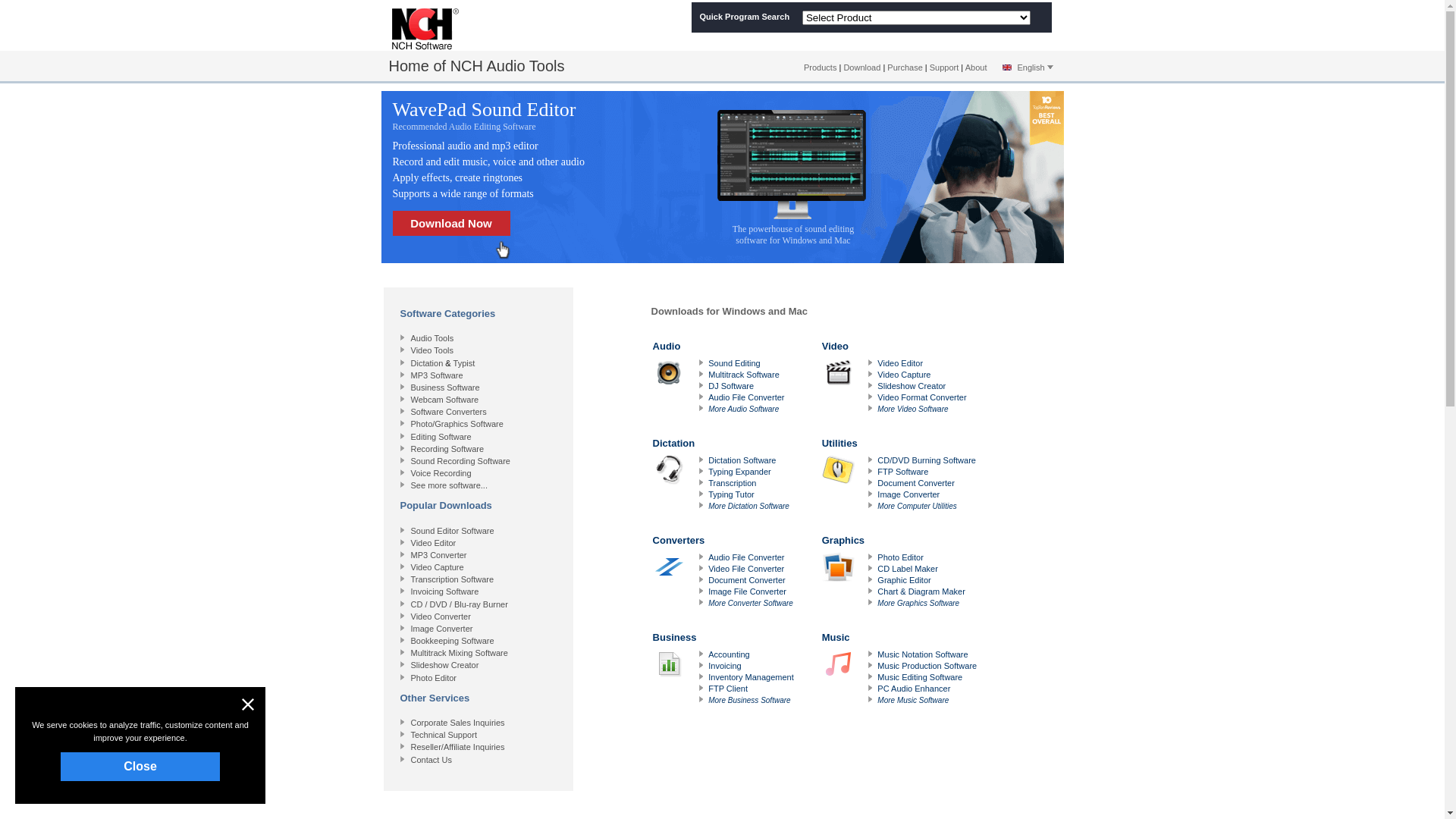 This screenshot has height=819, width=1456. Describe the element at coordinates (708, 700) in the screenshot. I see `'More Business Software'` at that location.